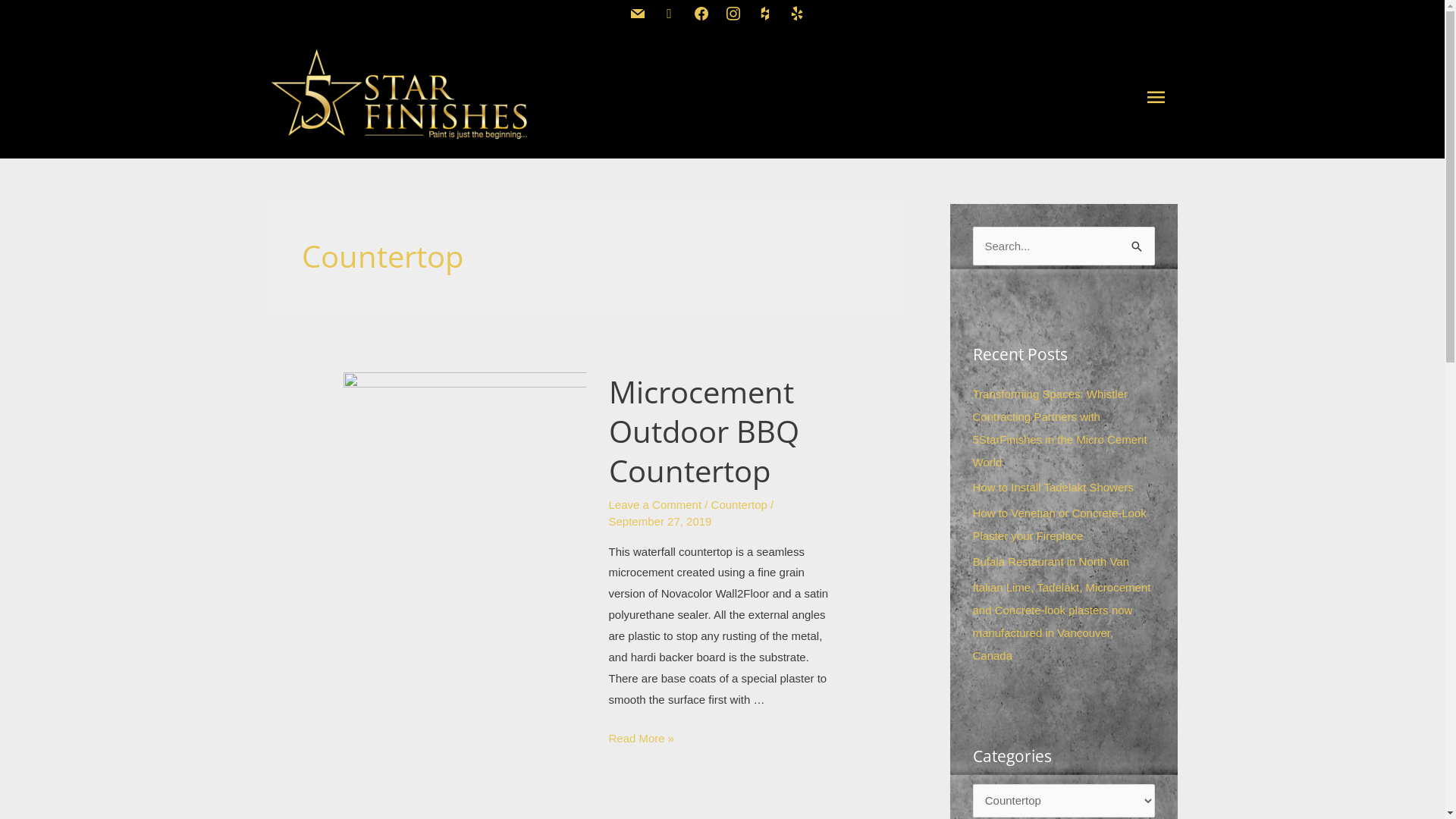  What do you see at coordinates (1058, 523) in the screenshot?
I see `'How to Venetian or Concrete-Look Plaster your Fireplace'` at bounding box center [1058, 523].